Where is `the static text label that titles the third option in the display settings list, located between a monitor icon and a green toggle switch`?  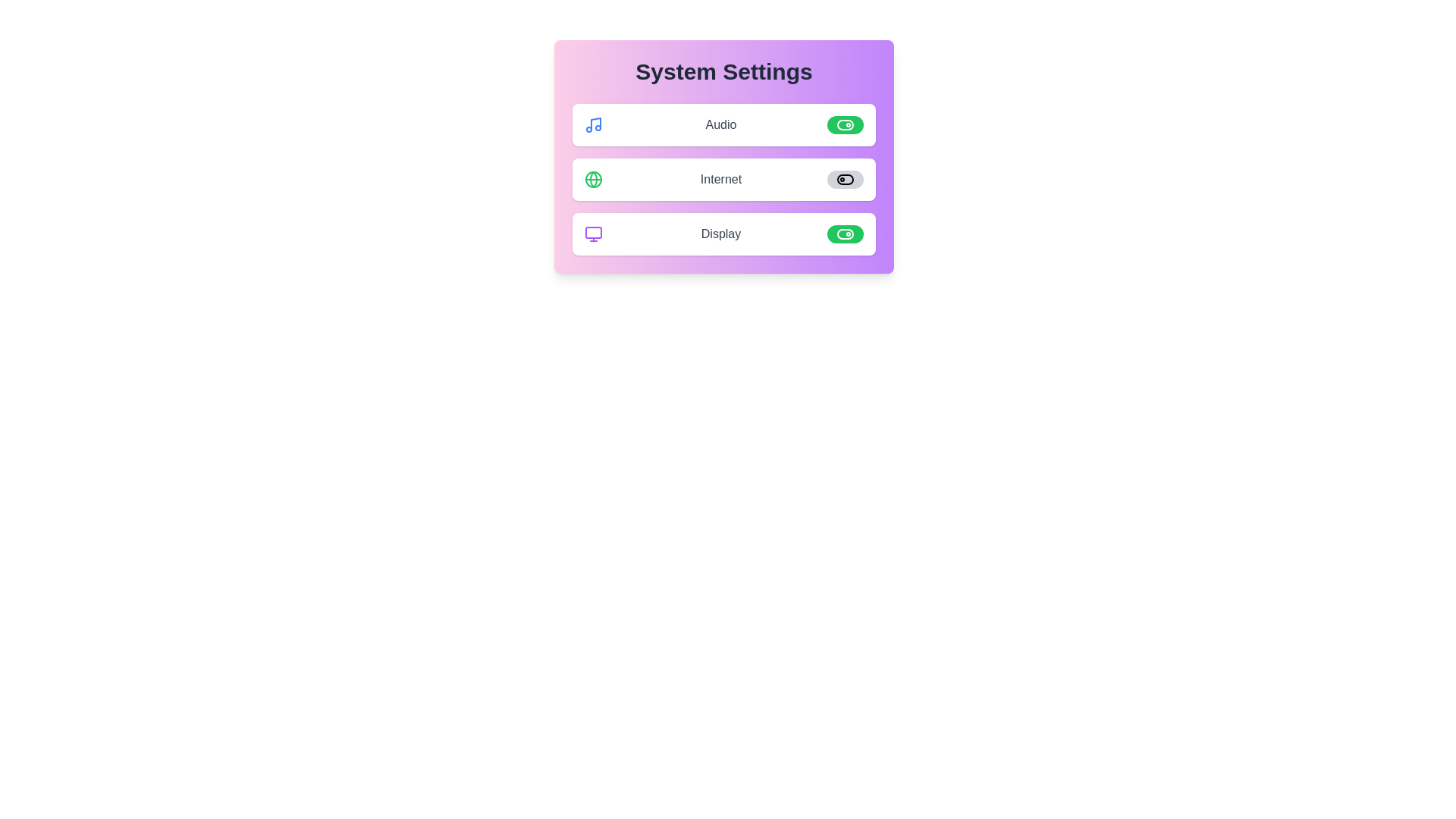
the static text label that titles the third option in the display settings list, located between a monitor icon and a green toggle switch is located at coordinates (720, 234).